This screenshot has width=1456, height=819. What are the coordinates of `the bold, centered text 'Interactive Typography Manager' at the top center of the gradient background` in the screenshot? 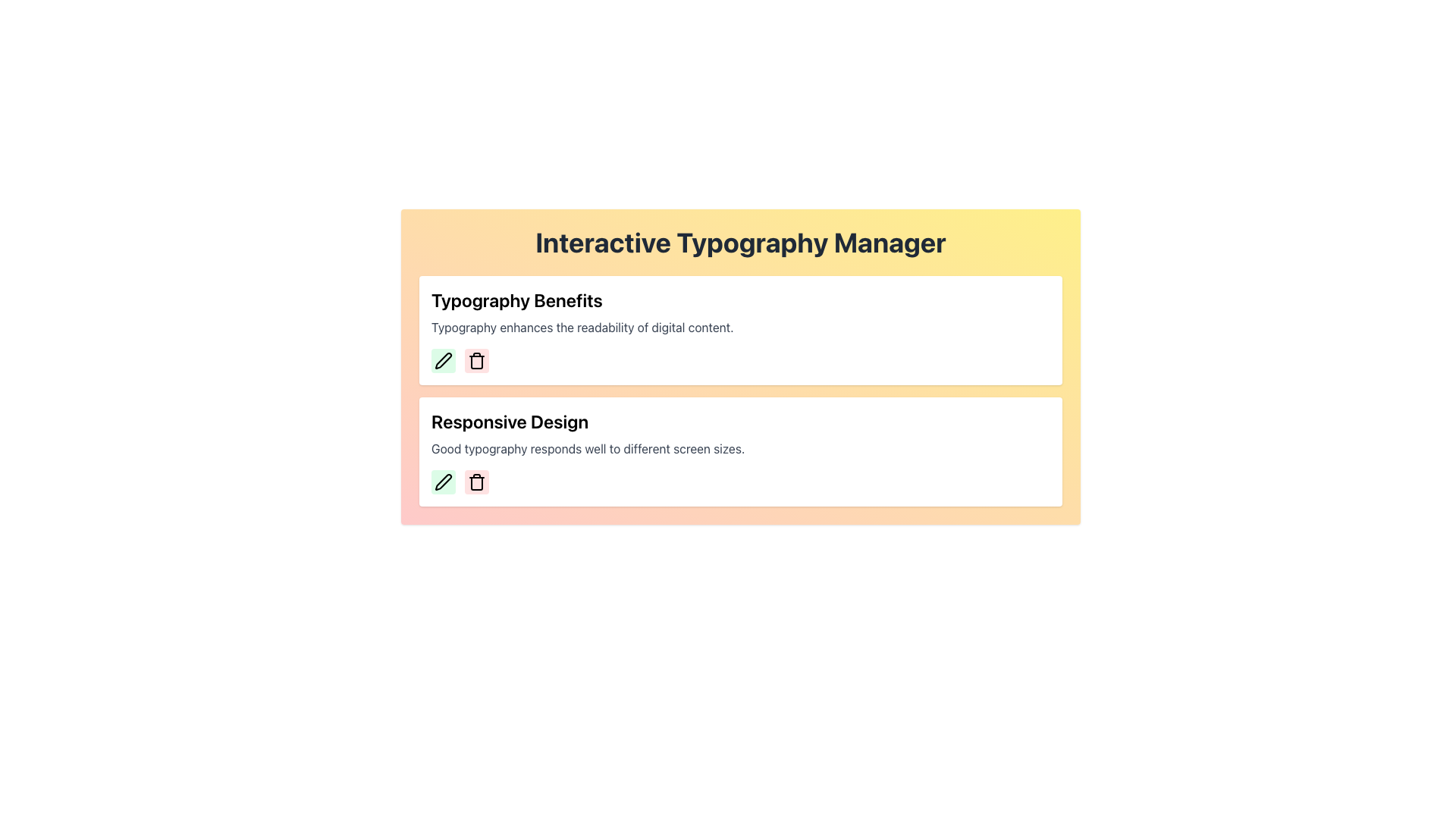 It's located at (741, 242).